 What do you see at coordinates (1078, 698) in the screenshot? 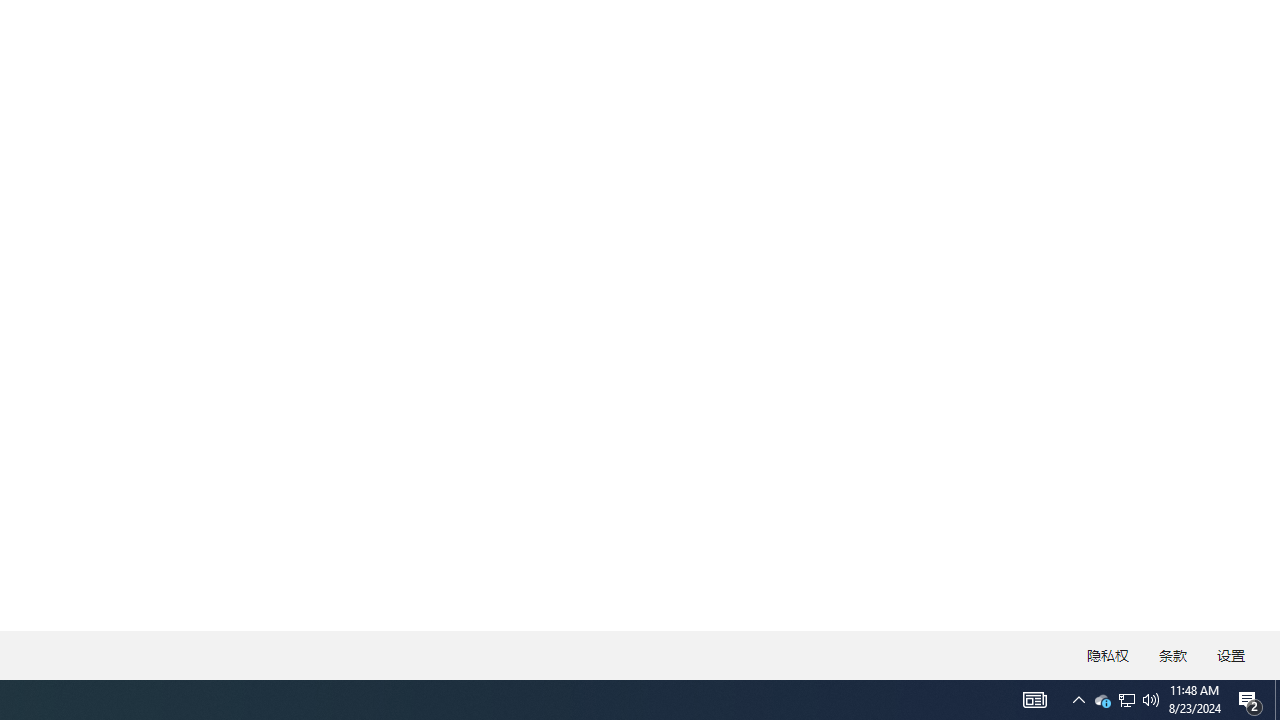
I see `'Notification Chevron'` at bounding box center [1078, 698].